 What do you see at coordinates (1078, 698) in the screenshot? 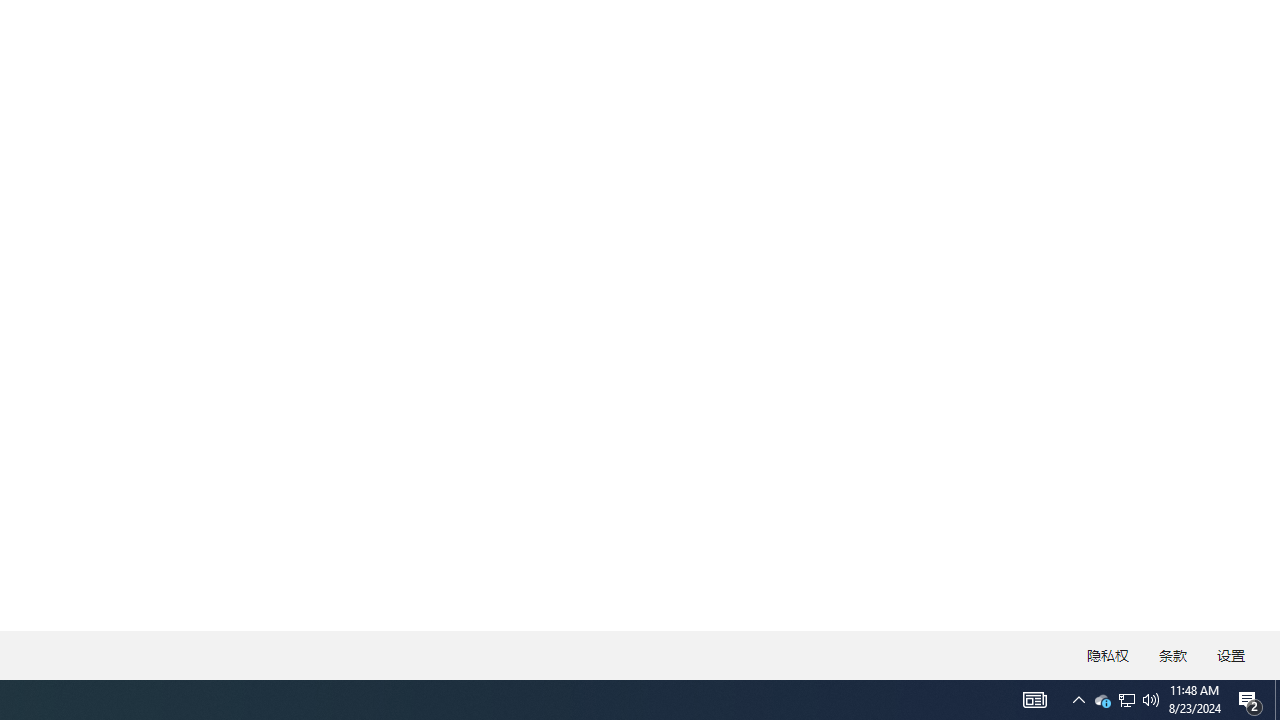
I see `'Notification Chevron'` at bounding box center [1078, 698].